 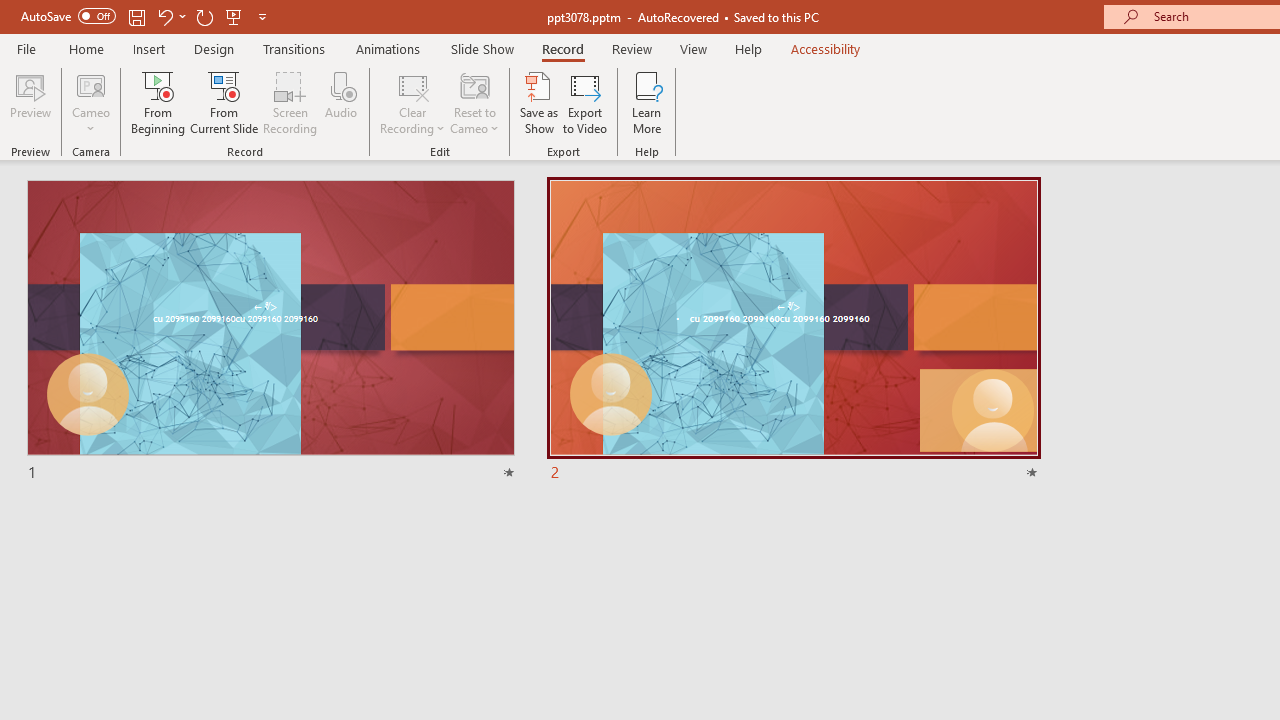 What do you see at coordinates (584, 103) in the screenshot?
I see `'Export to Video'` at bounding box center [584, 103].